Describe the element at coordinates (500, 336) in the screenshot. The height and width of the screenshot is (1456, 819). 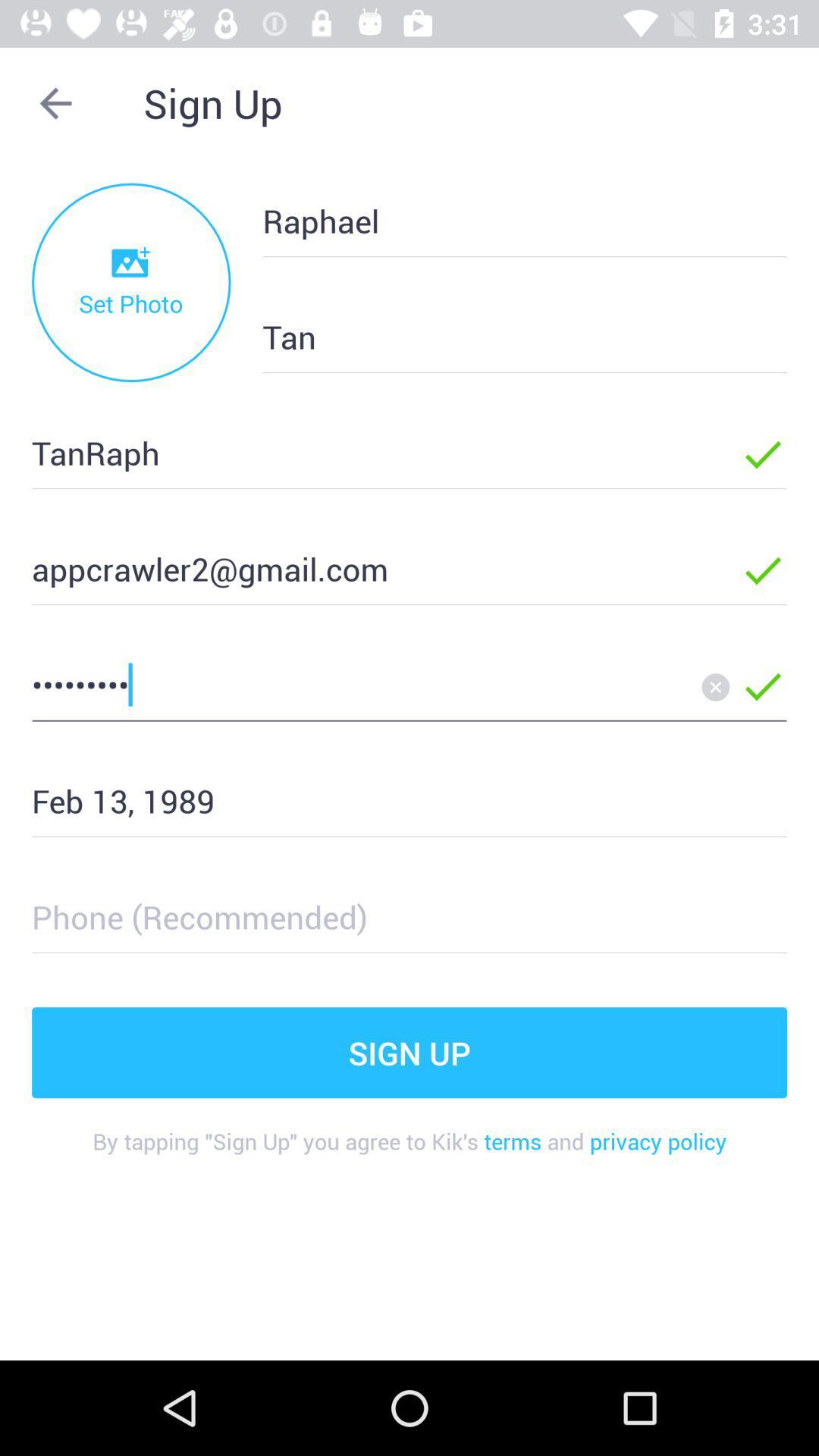
I see `icon next to the set photo icon` at that location.